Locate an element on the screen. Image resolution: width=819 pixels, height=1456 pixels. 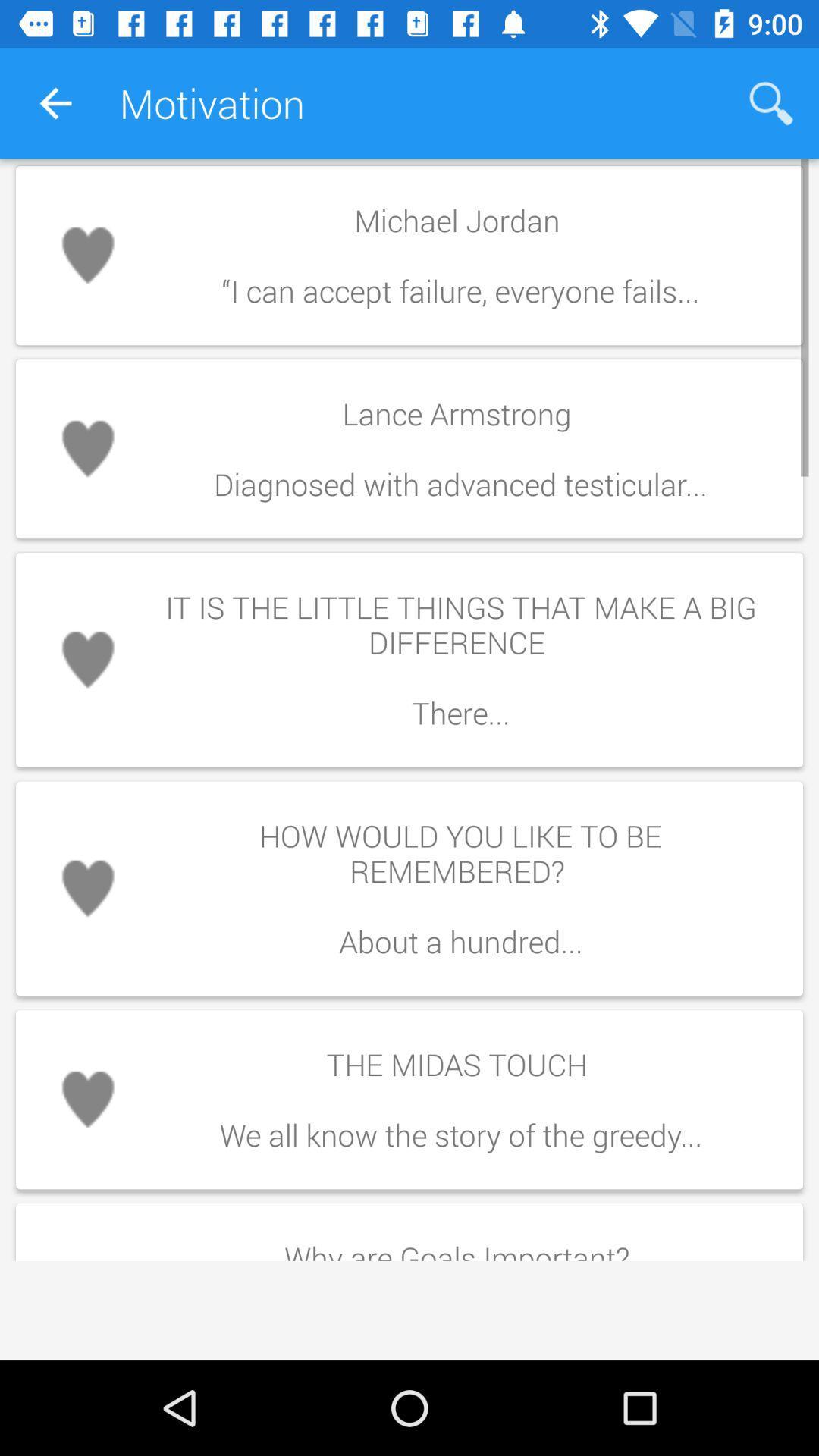
the fourth love symbol from top left of page is located at coordinates (87, 888).